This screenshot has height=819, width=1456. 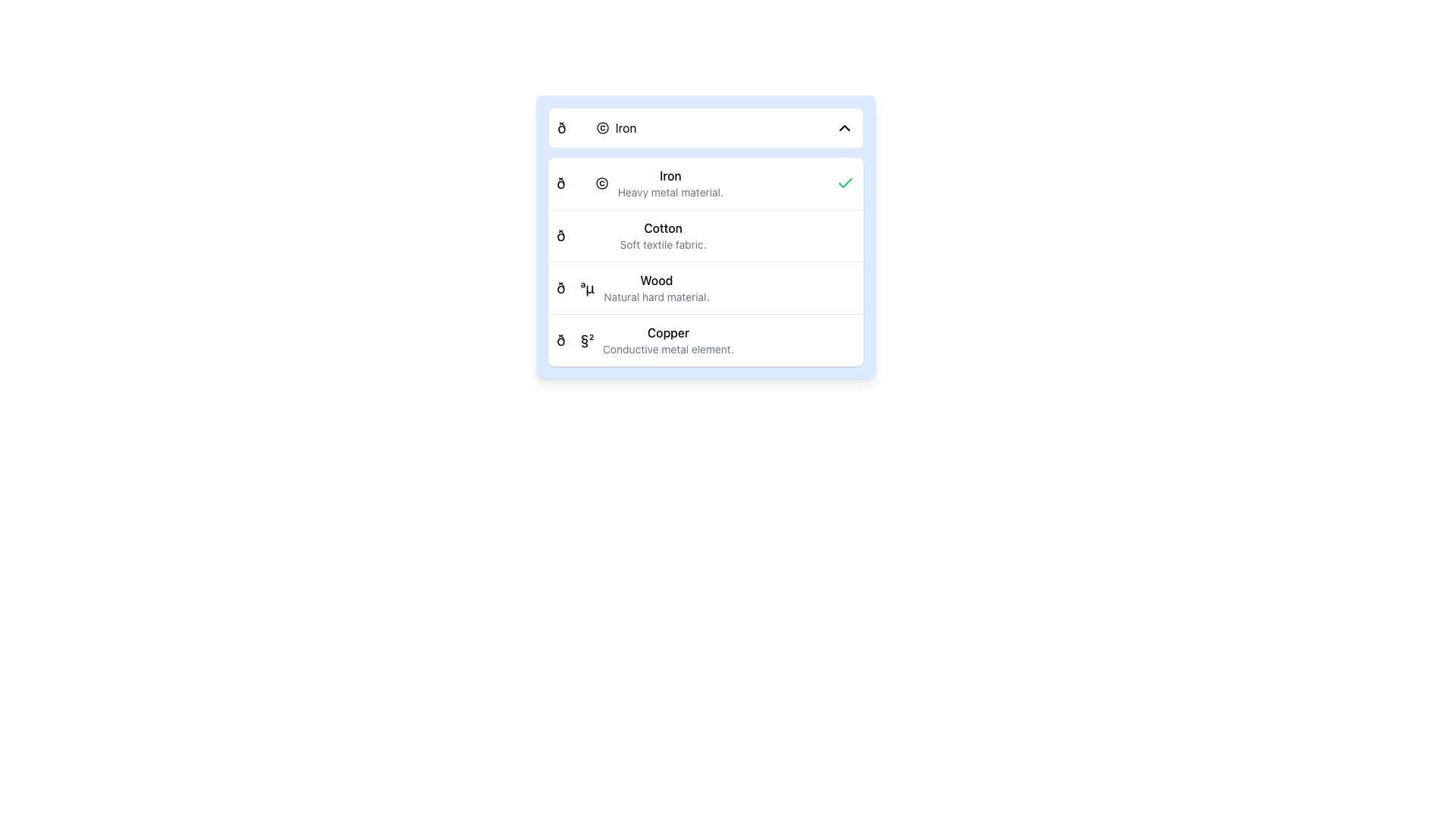 What do you see at coordinates (575, 288) in the screenshot?
I see `the Text icon representing 'Wood' located to the left of the text 'Wood' and its description 'Natural hard material.'` at bounding box center [575, 288].